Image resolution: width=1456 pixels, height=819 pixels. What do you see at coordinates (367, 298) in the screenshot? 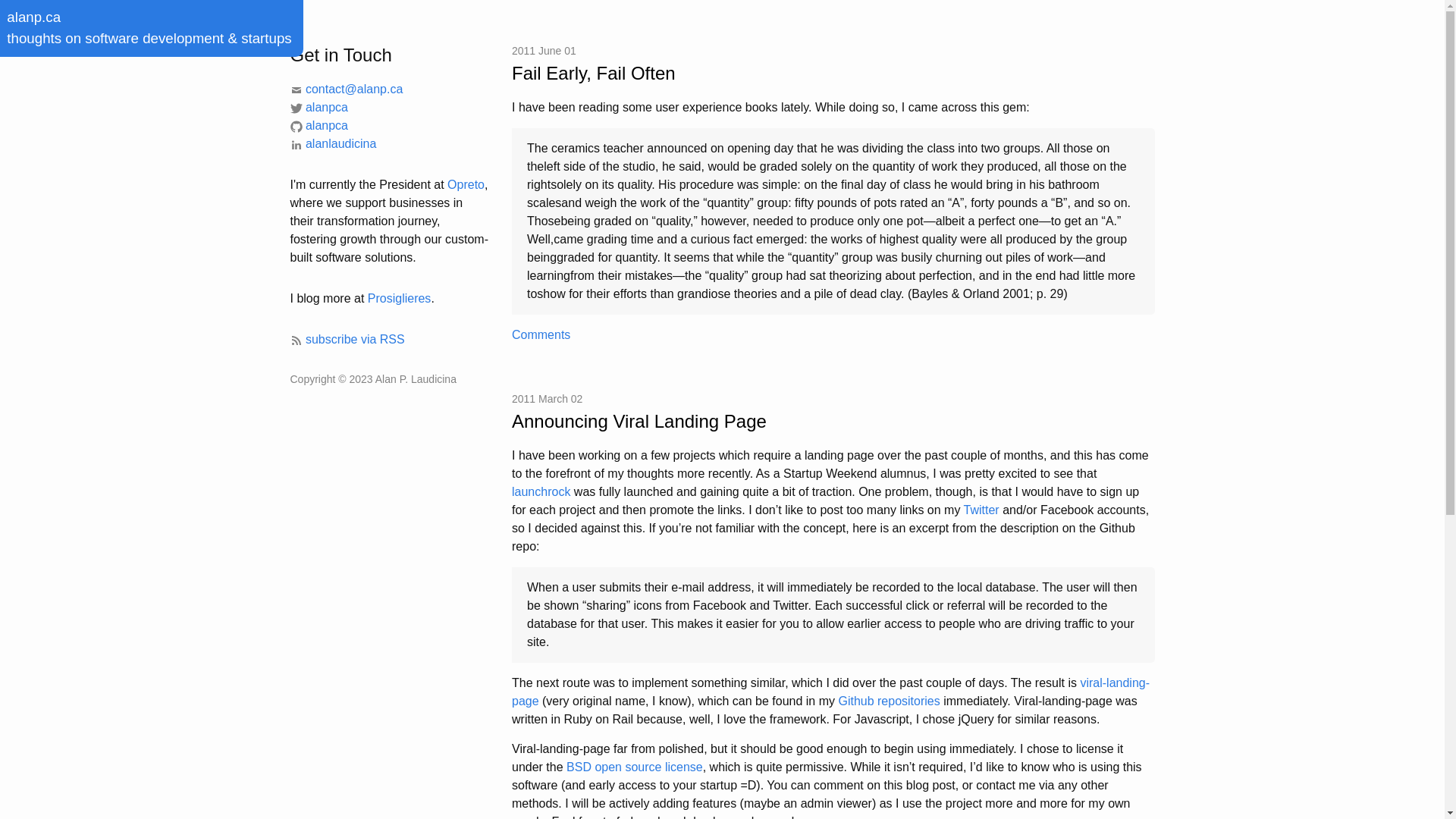
I see `'Prosiglieres'` at bounding box center [367, 298].